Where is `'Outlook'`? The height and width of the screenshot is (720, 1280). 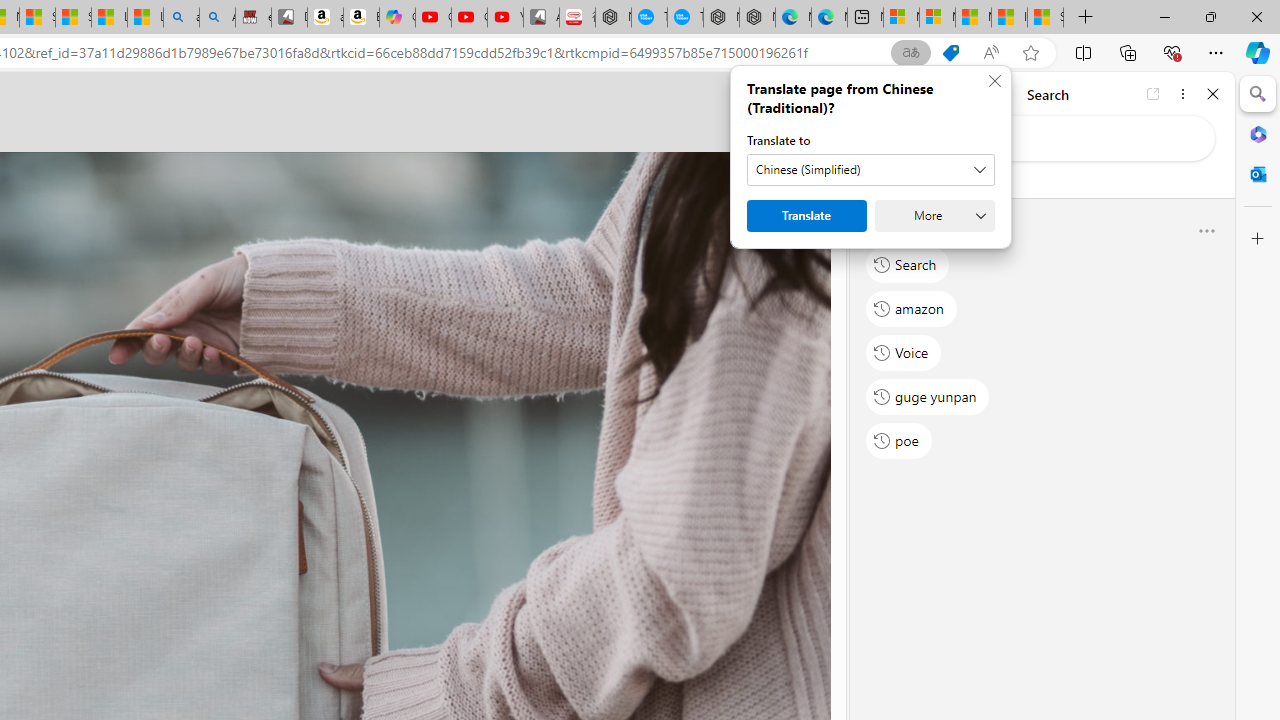
'Outlook' is located at coordinates (1257, 173).